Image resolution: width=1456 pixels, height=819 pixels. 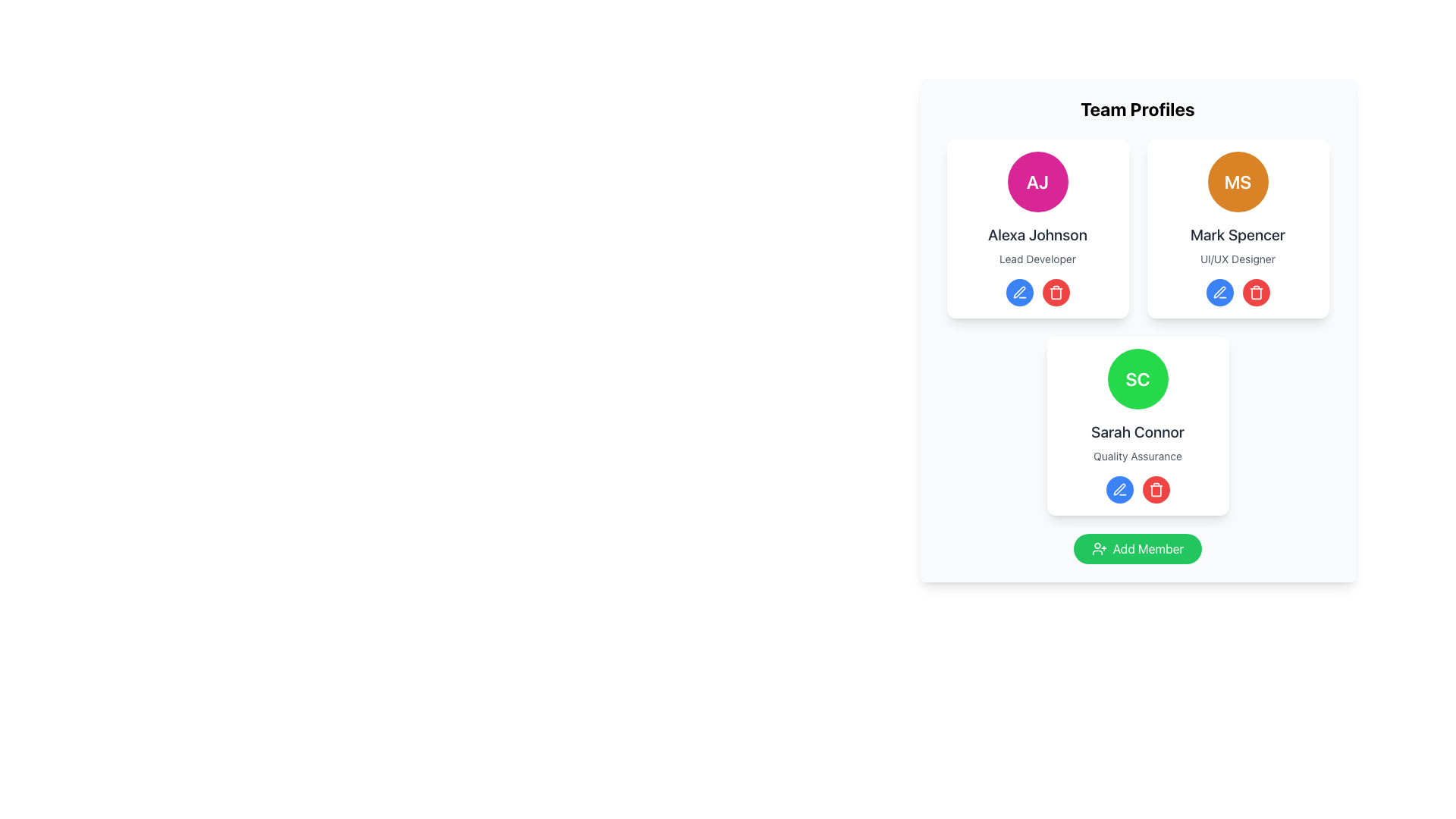 I want to click on the small blue circular pen icon located at the bottom of Sarah Connor's profile card, so click(x=1119, y=489).